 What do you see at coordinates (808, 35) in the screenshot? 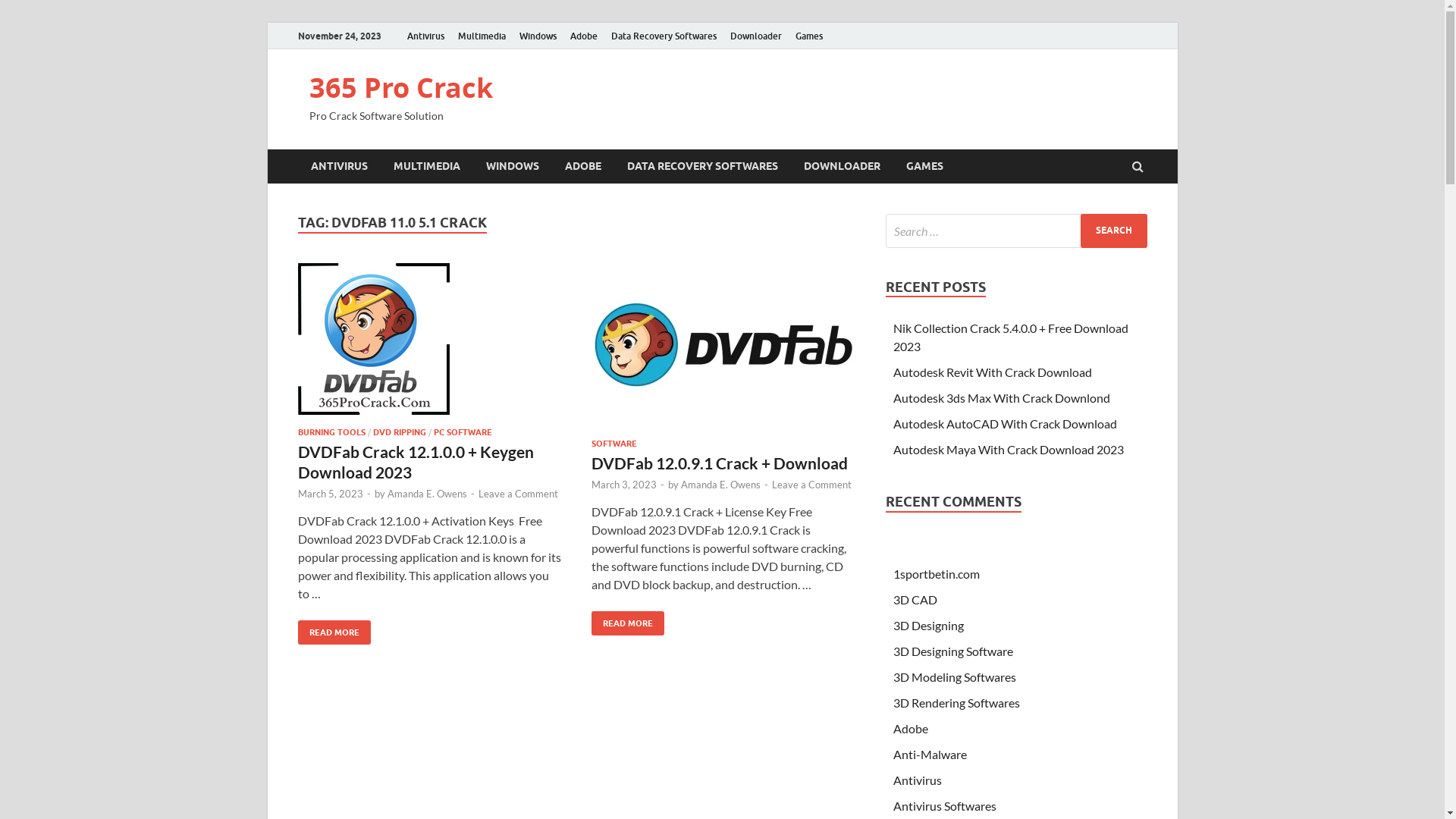
I see `'Games'` at bounding box center [808, 35].